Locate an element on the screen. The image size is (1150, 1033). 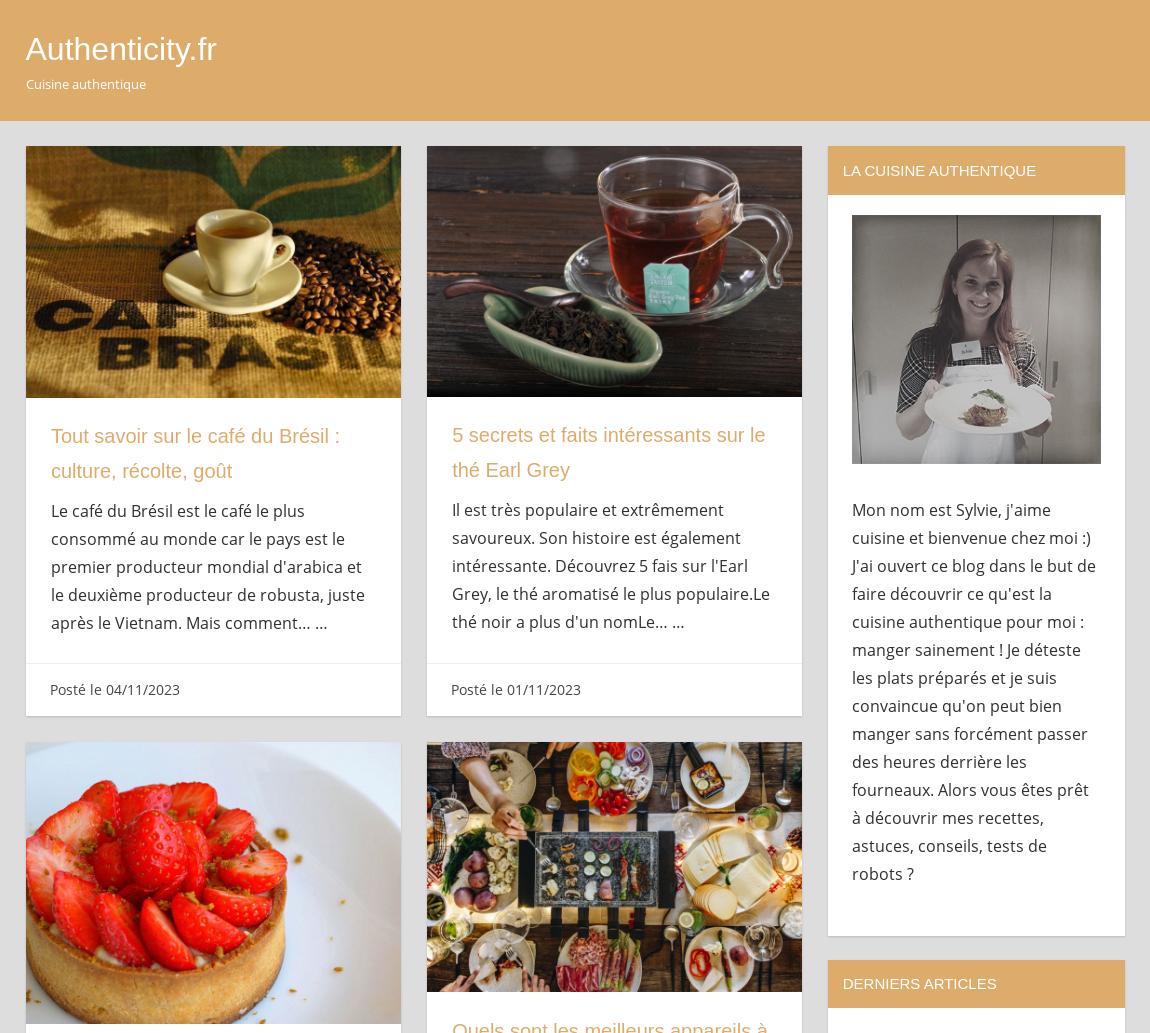
'Cuisine authentique' is located at coordinates (83, 83).